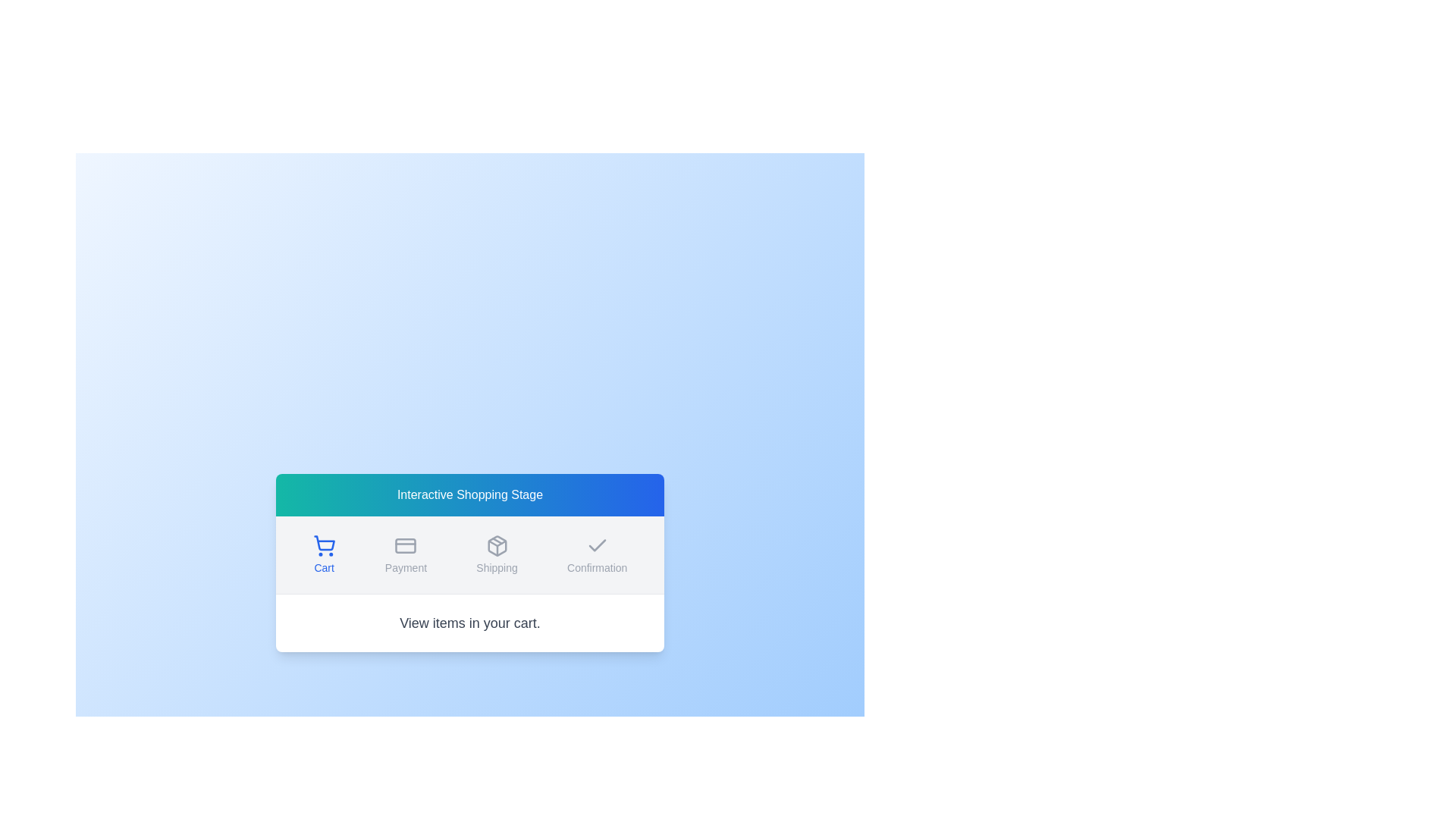 This screenshot has width=1456, height=819. I want to click on the 'Shipping' step icon in the navigational process to understand the current phase related to shipping details, so click(497, 544).